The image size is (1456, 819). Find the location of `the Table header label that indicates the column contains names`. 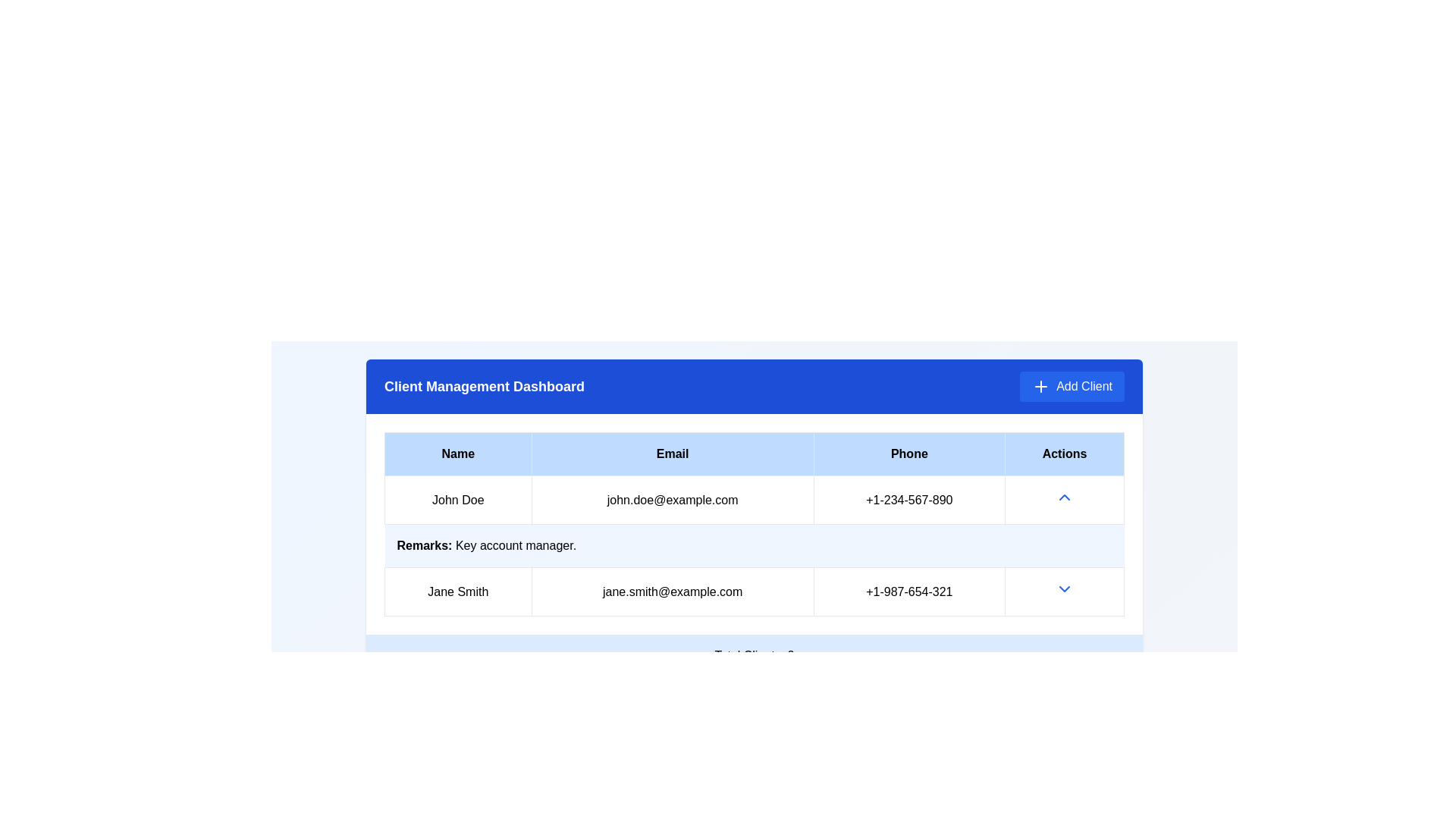

the Table header label that indicates the column contains names is located at coordinates (457, 453).